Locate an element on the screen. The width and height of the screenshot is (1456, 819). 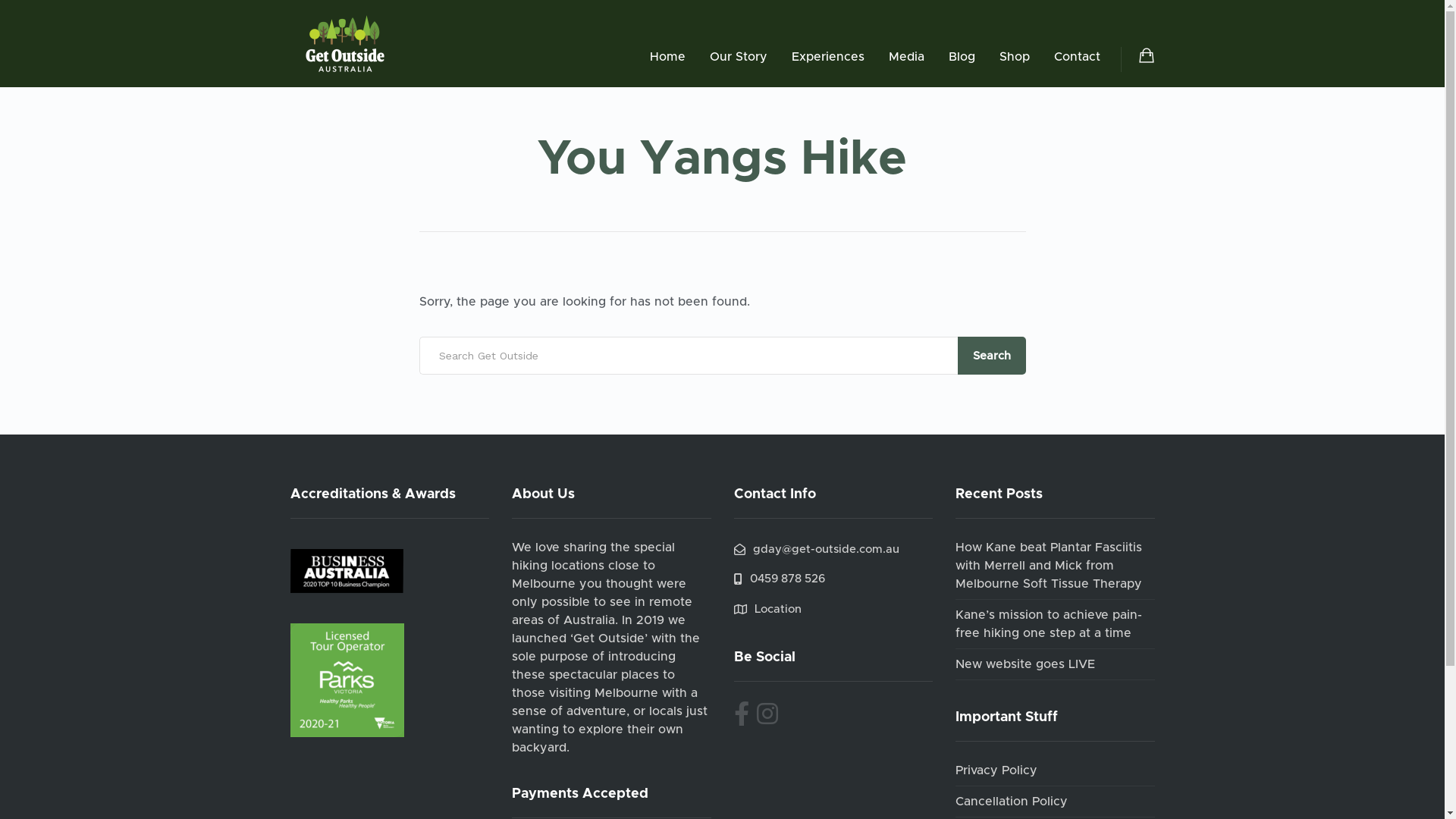
'Contact' is located at coordinates (1076, 55).